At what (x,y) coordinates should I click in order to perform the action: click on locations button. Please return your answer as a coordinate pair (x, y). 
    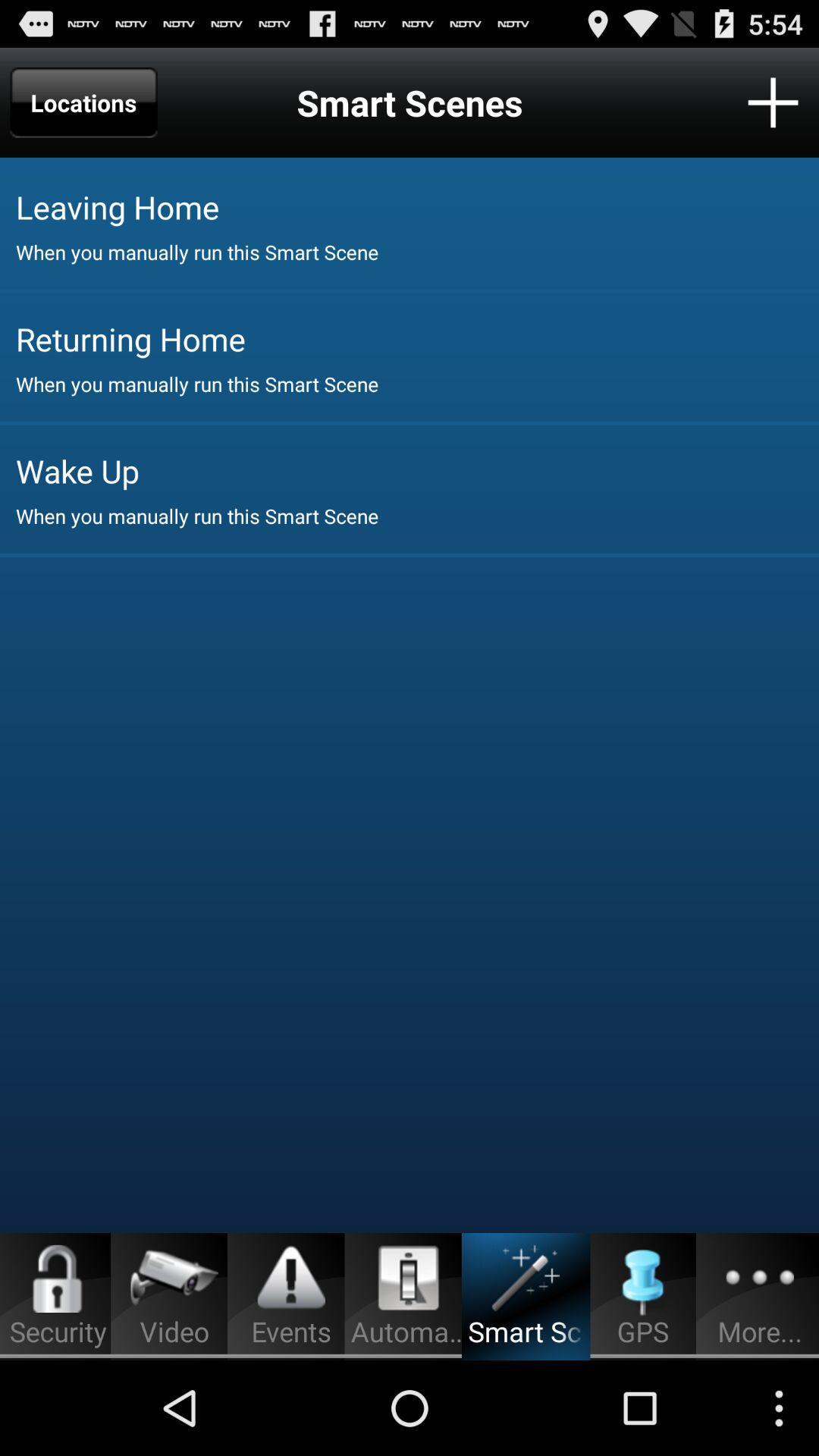
    Looking at the image, I should click on (83, 102).